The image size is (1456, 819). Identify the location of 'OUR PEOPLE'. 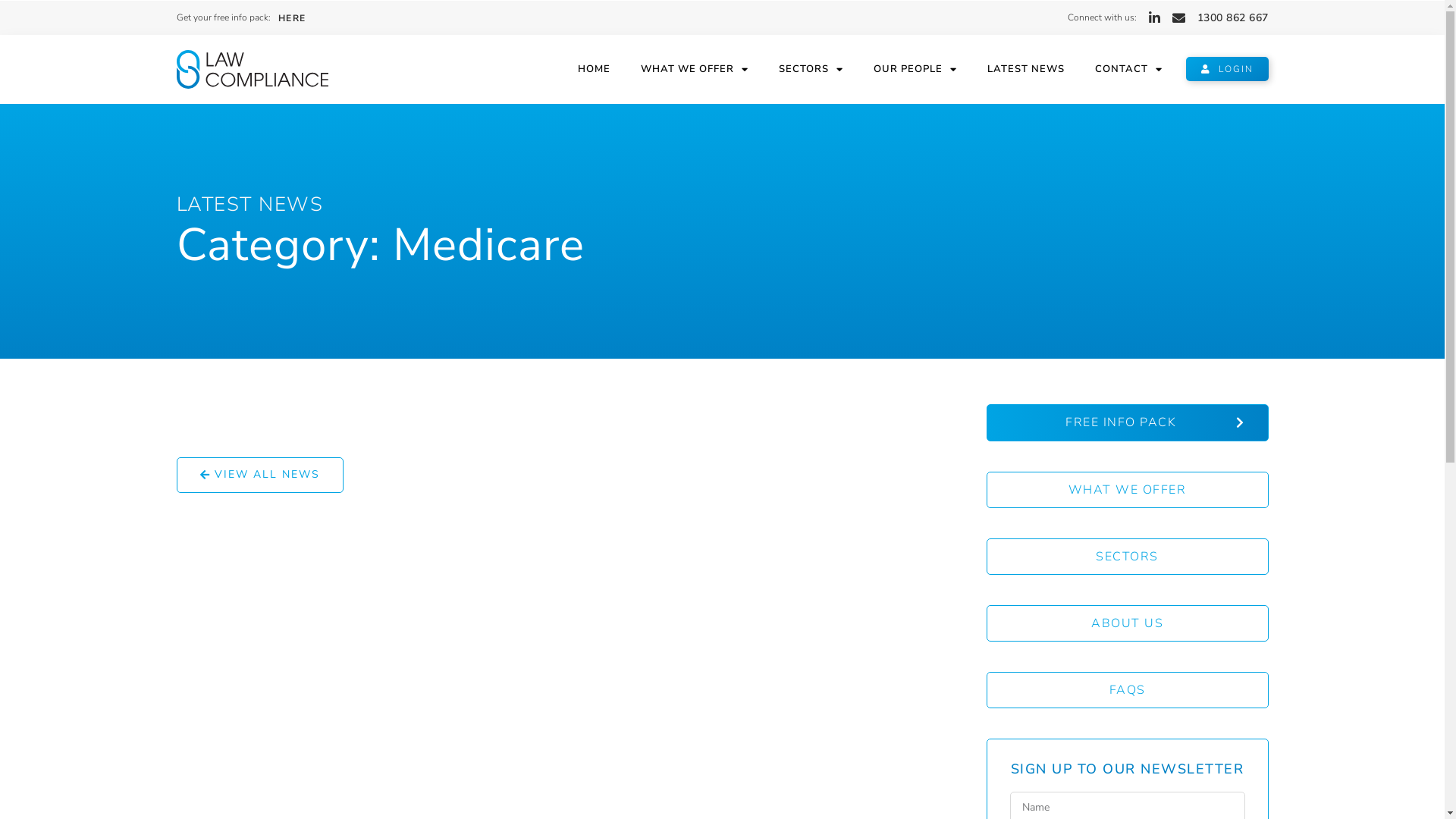
(858, 69).